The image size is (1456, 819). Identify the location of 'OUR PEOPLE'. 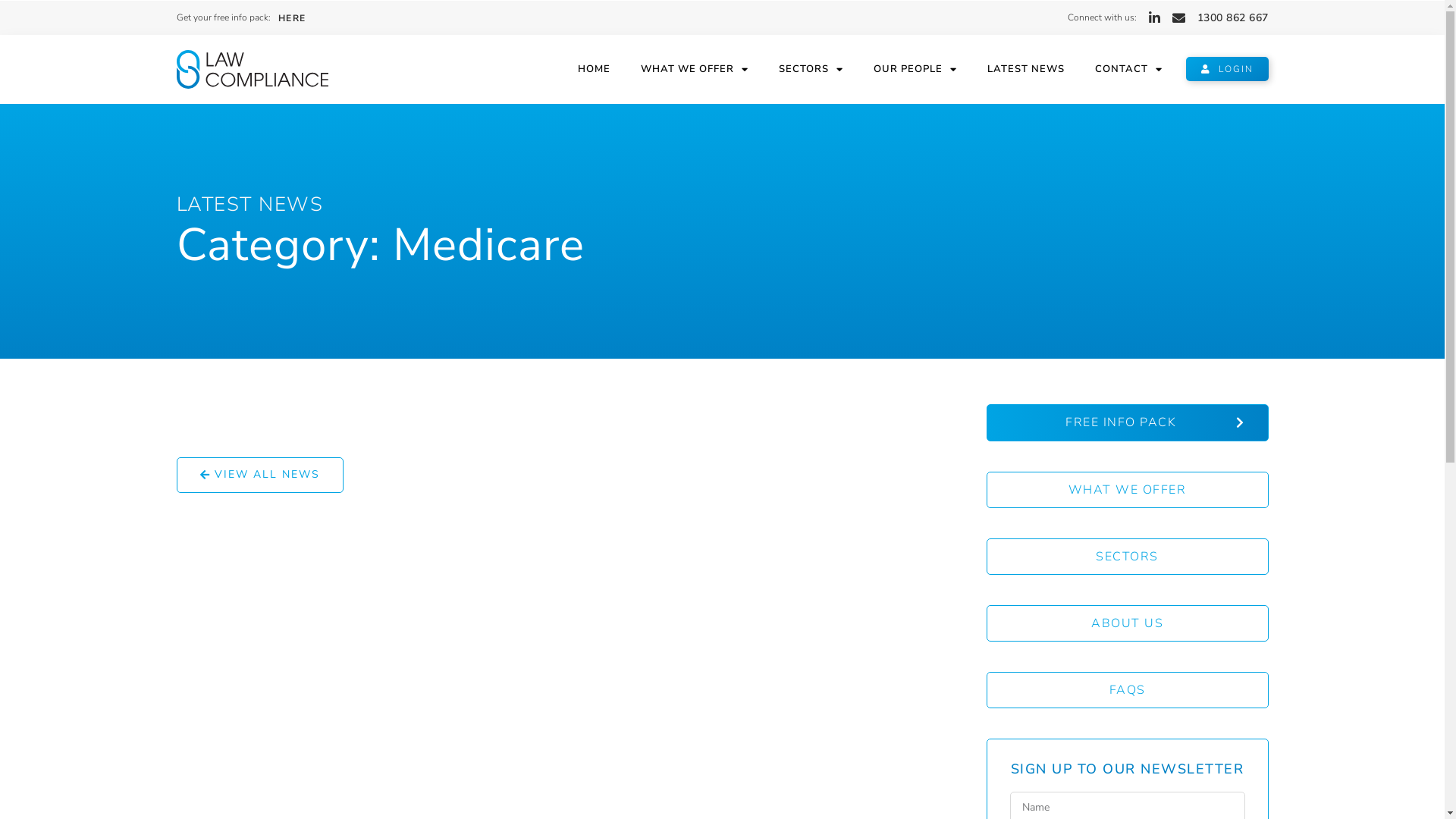
(858, 69).